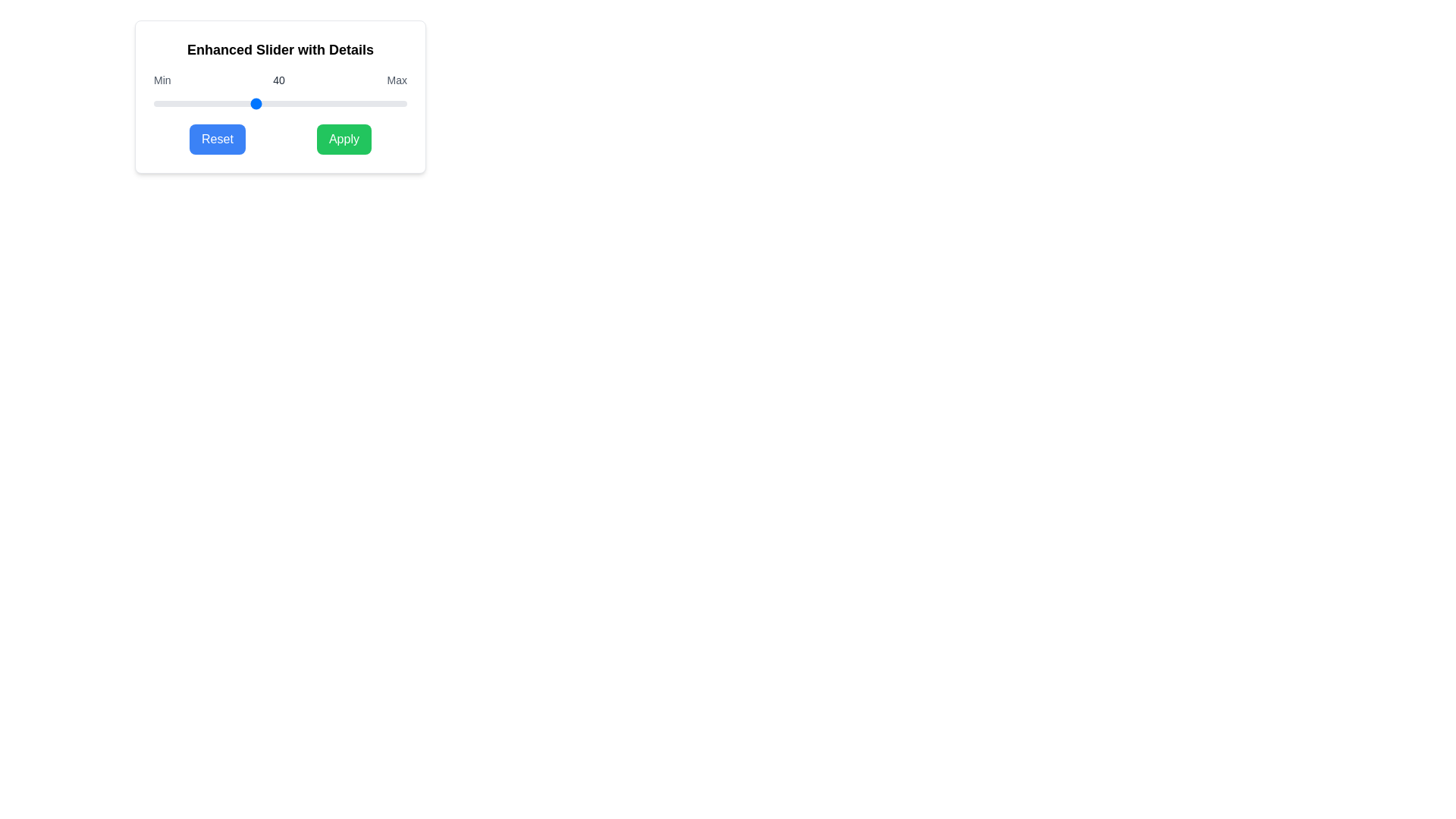 This screenshot has width=1456, height=819. I want to click on the slider, so click(255, 103).